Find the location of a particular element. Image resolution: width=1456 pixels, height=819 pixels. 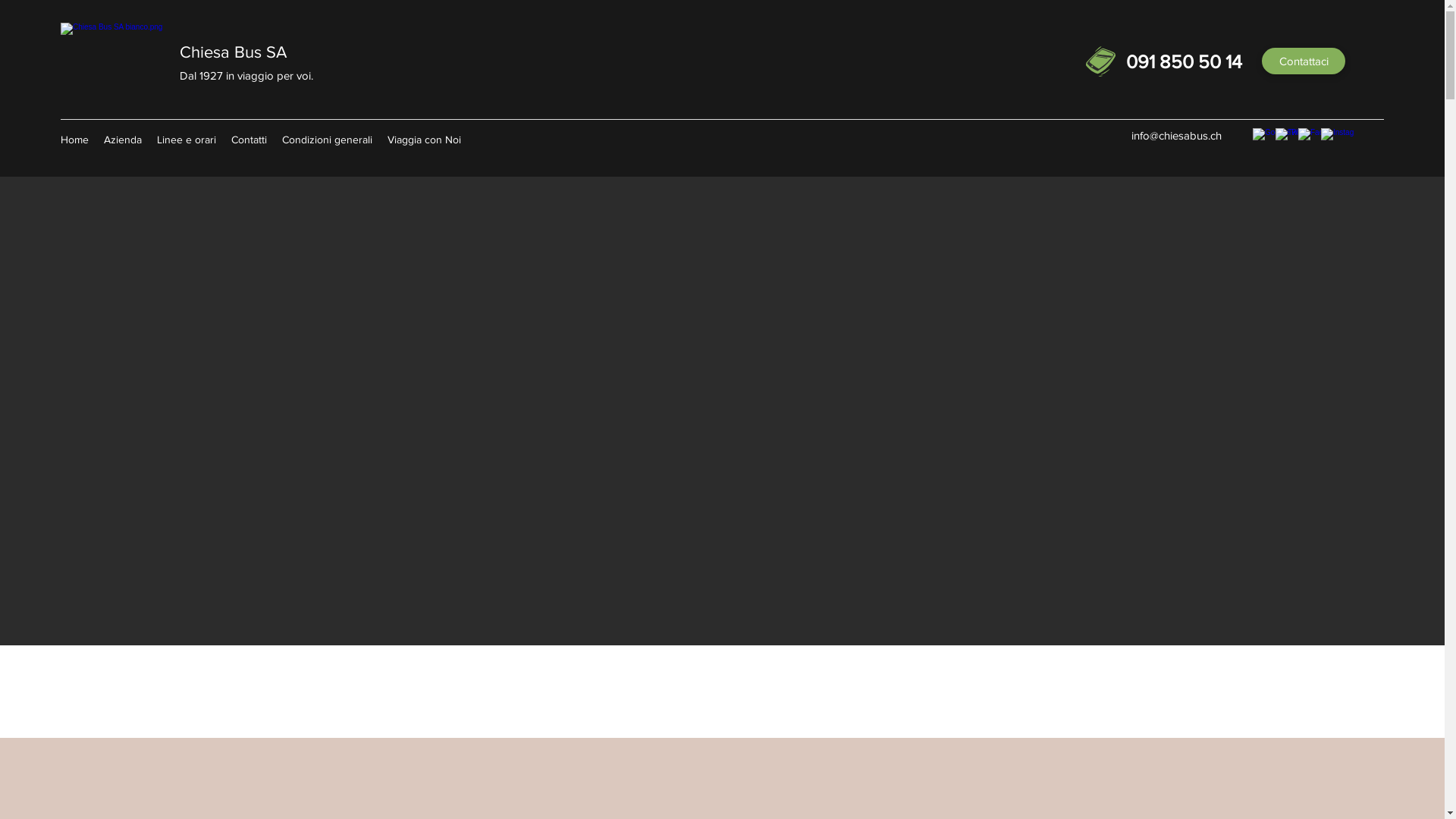

'Linee e orari' is located at coordinates (185, 140).